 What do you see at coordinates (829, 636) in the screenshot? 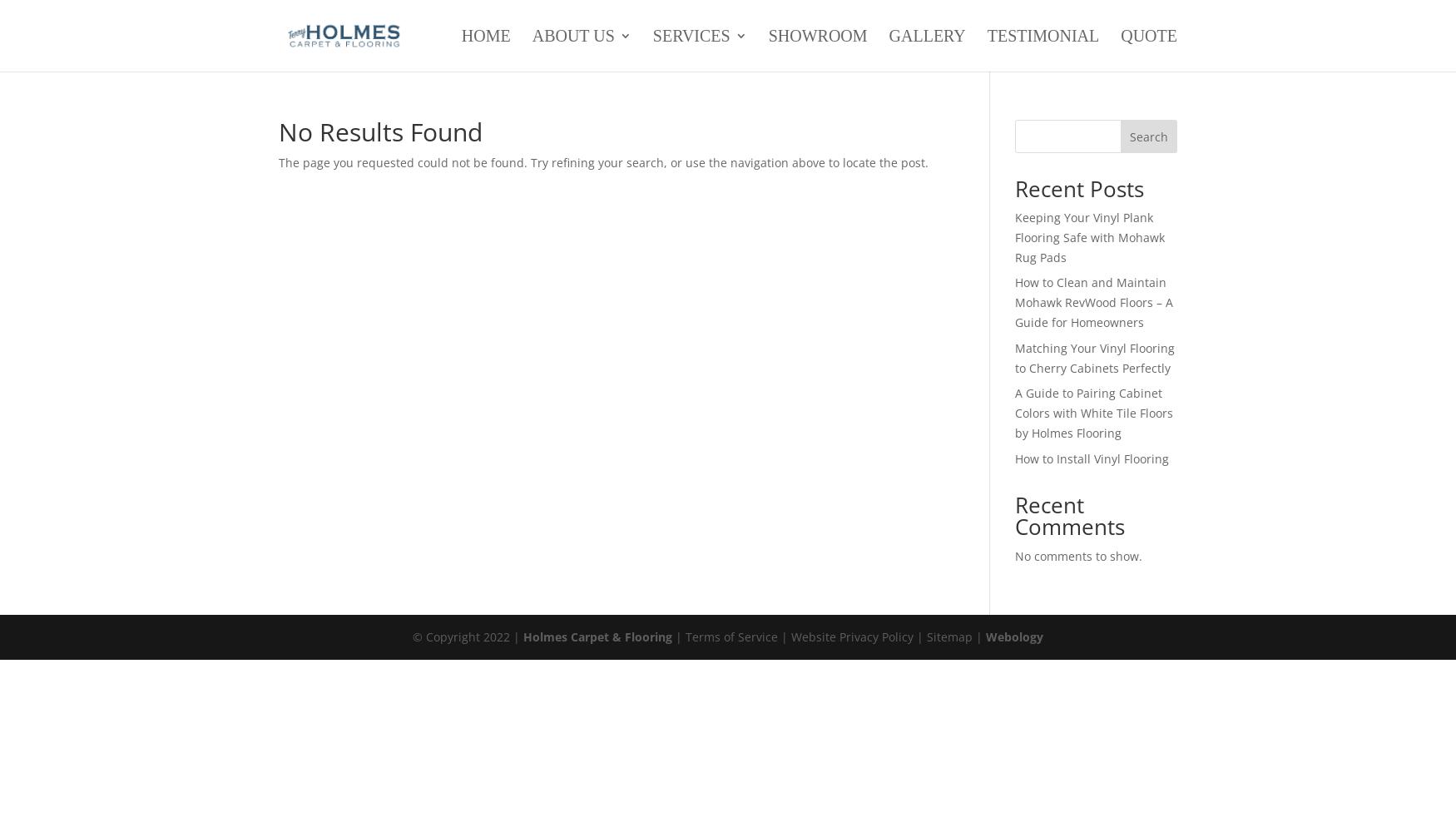
I see `'| Terms of Service | Website Privacy Policy | Sitemap |'` at bounding box center [829, 636].